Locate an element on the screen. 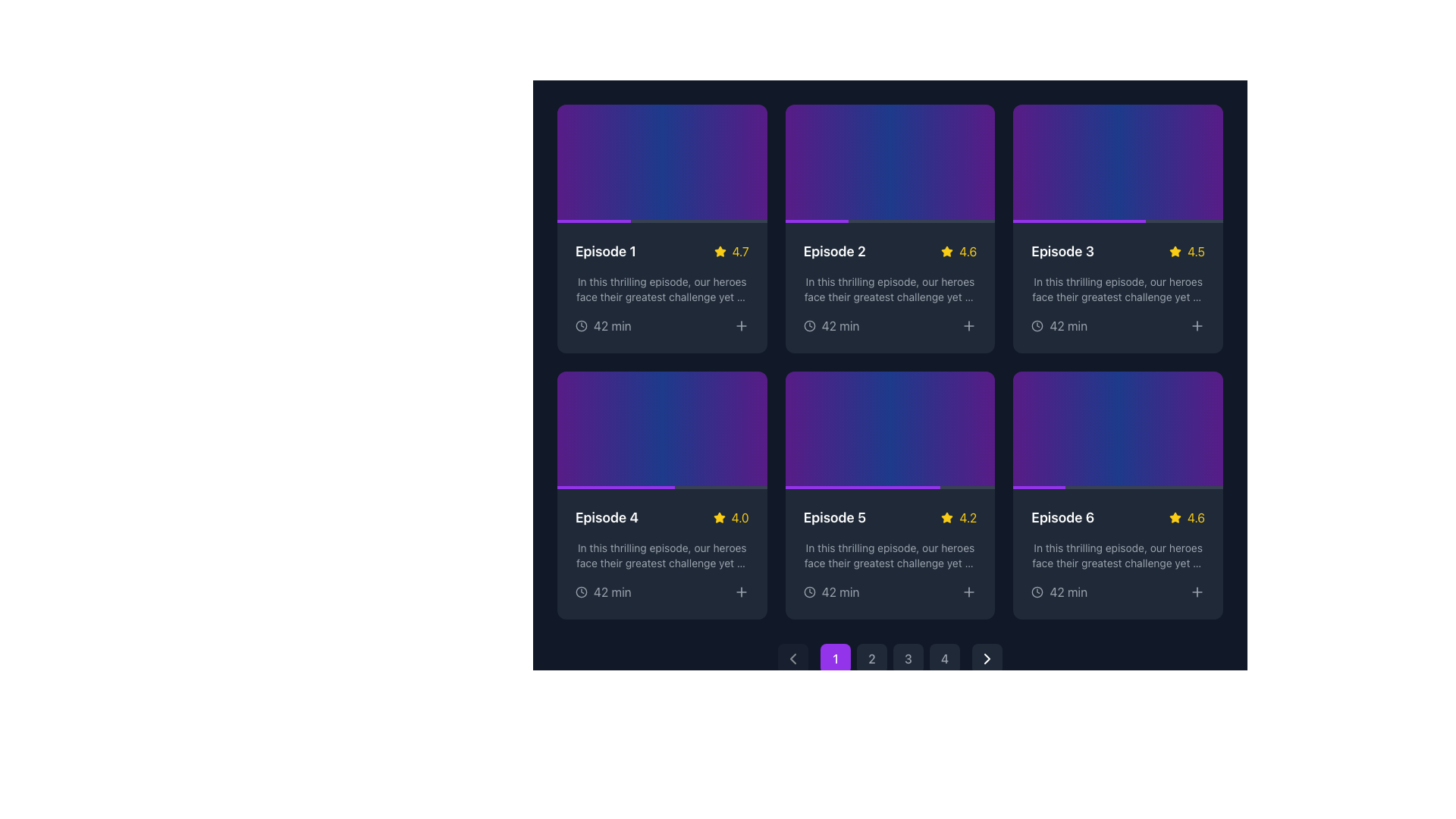 This screenshot has height=819, width=1456. the rating or description of the media information Card displaying details about 'Episode 2', which is located in the second column of the first row in a 3x2 grid layout is located at coordinates (890, 287).